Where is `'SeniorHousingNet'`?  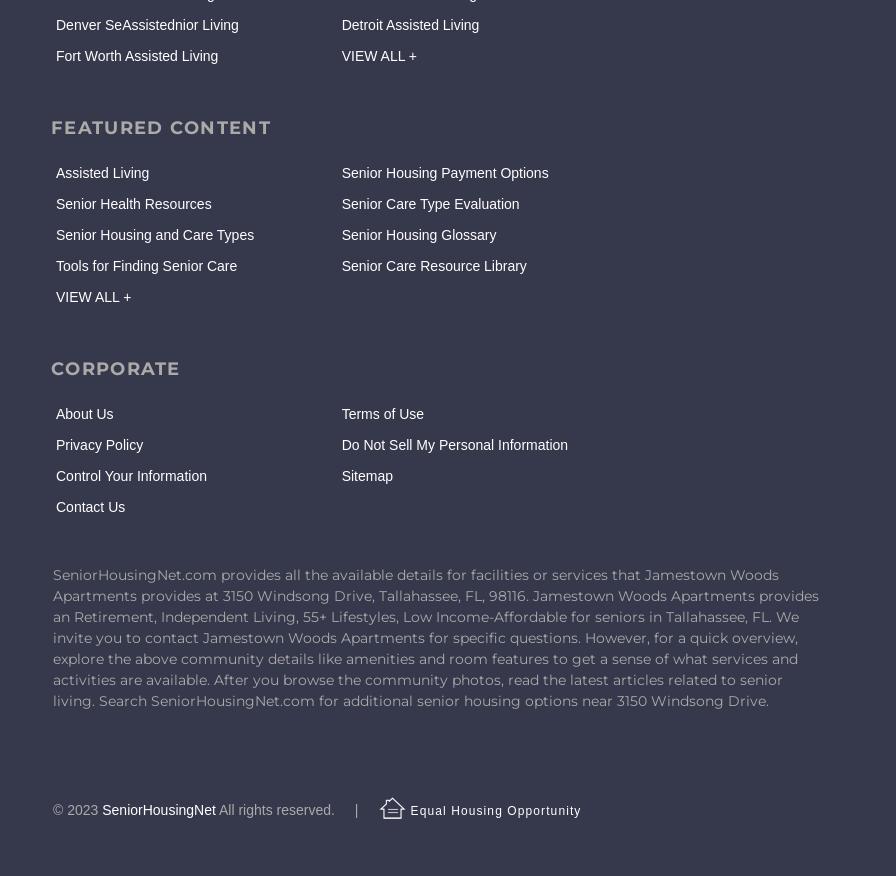 'SeniorHousingNet' is located at coordinates (158, 809).